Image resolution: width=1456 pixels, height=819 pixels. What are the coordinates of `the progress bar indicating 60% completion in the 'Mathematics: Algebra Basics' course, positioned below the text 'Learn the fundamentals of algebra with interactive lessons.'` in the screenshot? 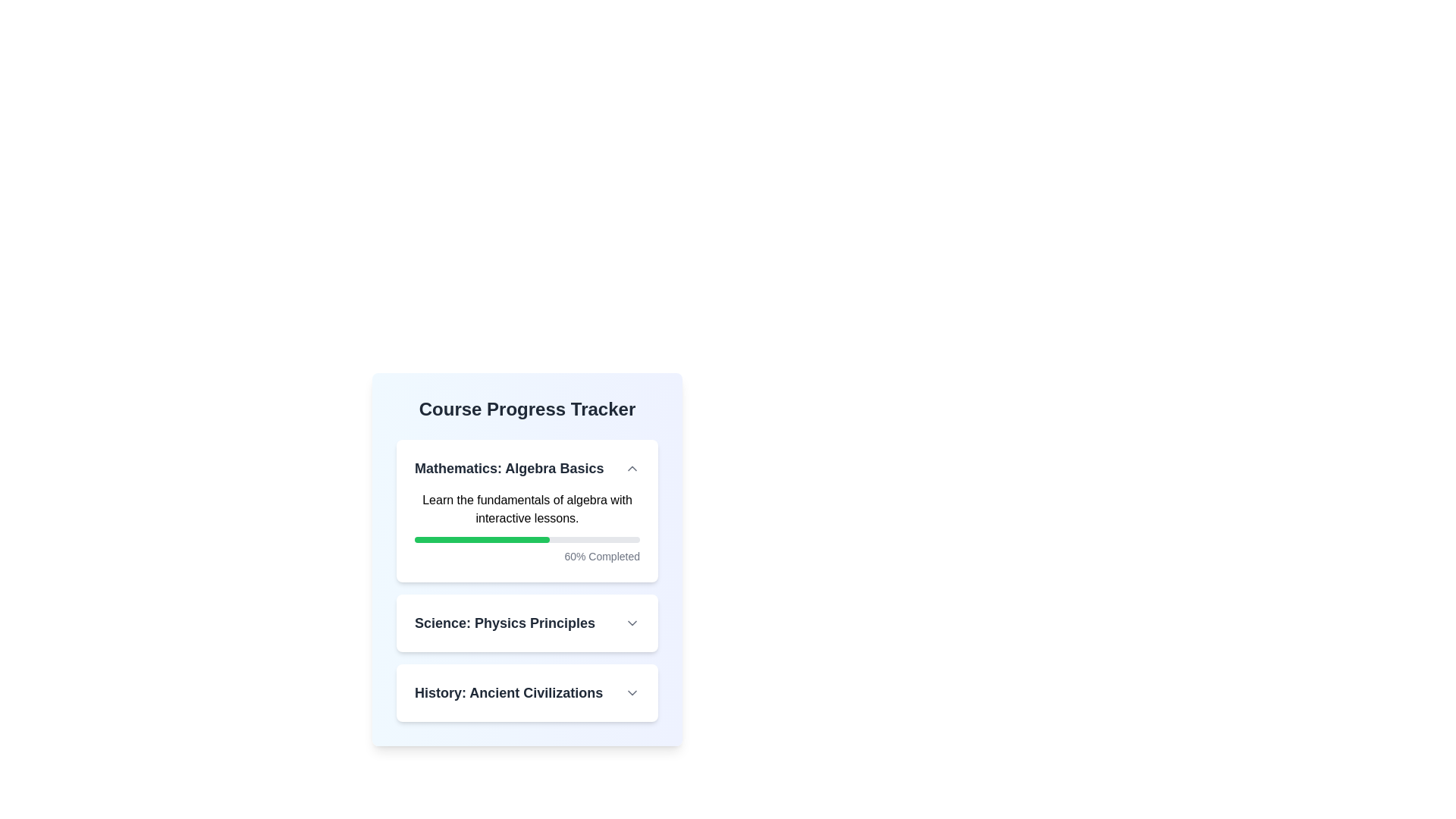 It's located at (527, 539).